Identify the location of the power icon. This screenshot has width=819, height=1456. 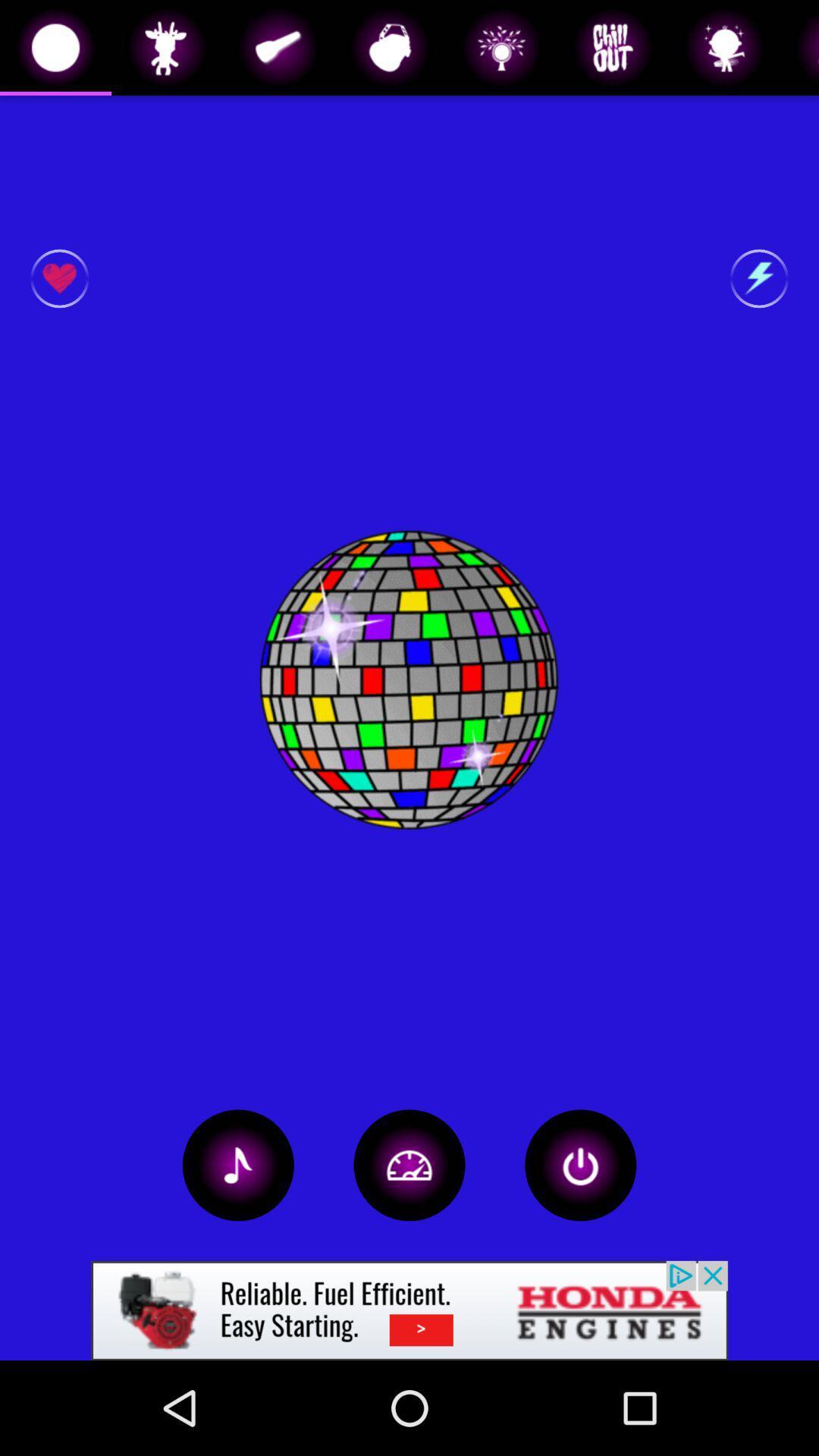
(580, 1164).